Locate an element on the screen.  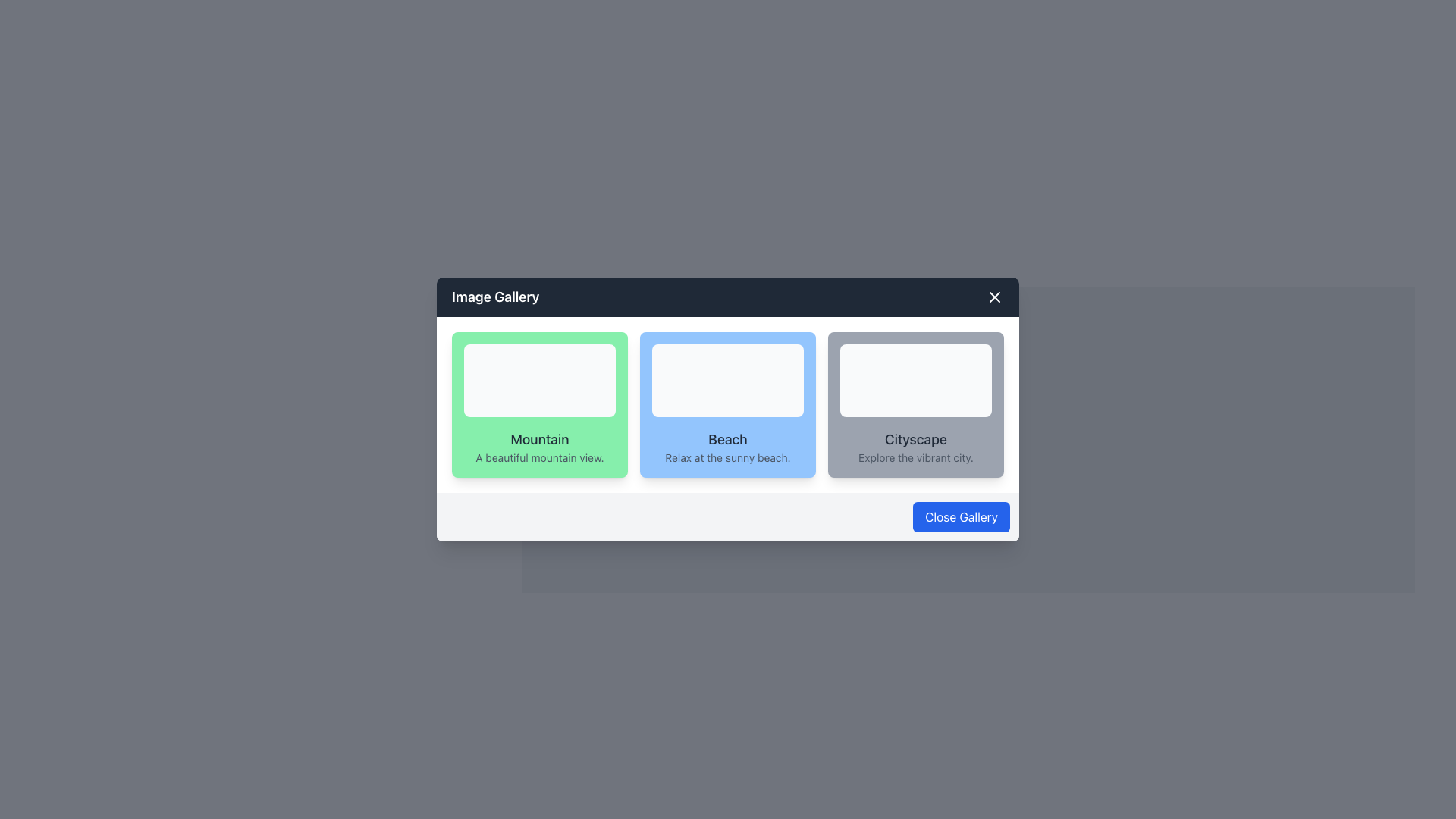
the close button located at the bottom-right corner of the gallery modal to observe potential state changes is located at coordinates (961, 516).